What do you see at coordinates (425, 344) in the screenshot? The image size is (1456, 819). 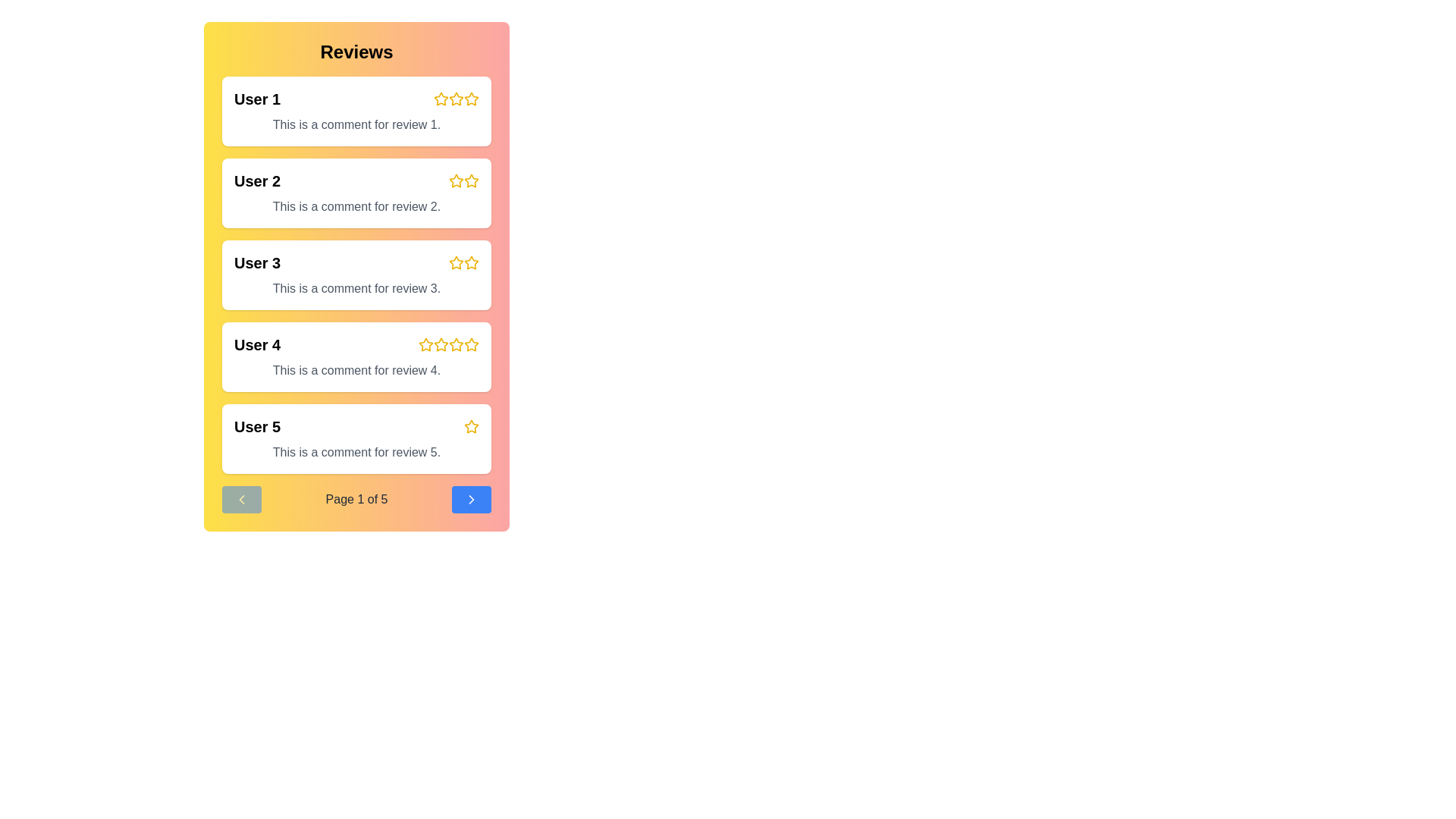 I see `the fourth rating star icon in the rating section for User 4's review` at bounding box center [425, 344].